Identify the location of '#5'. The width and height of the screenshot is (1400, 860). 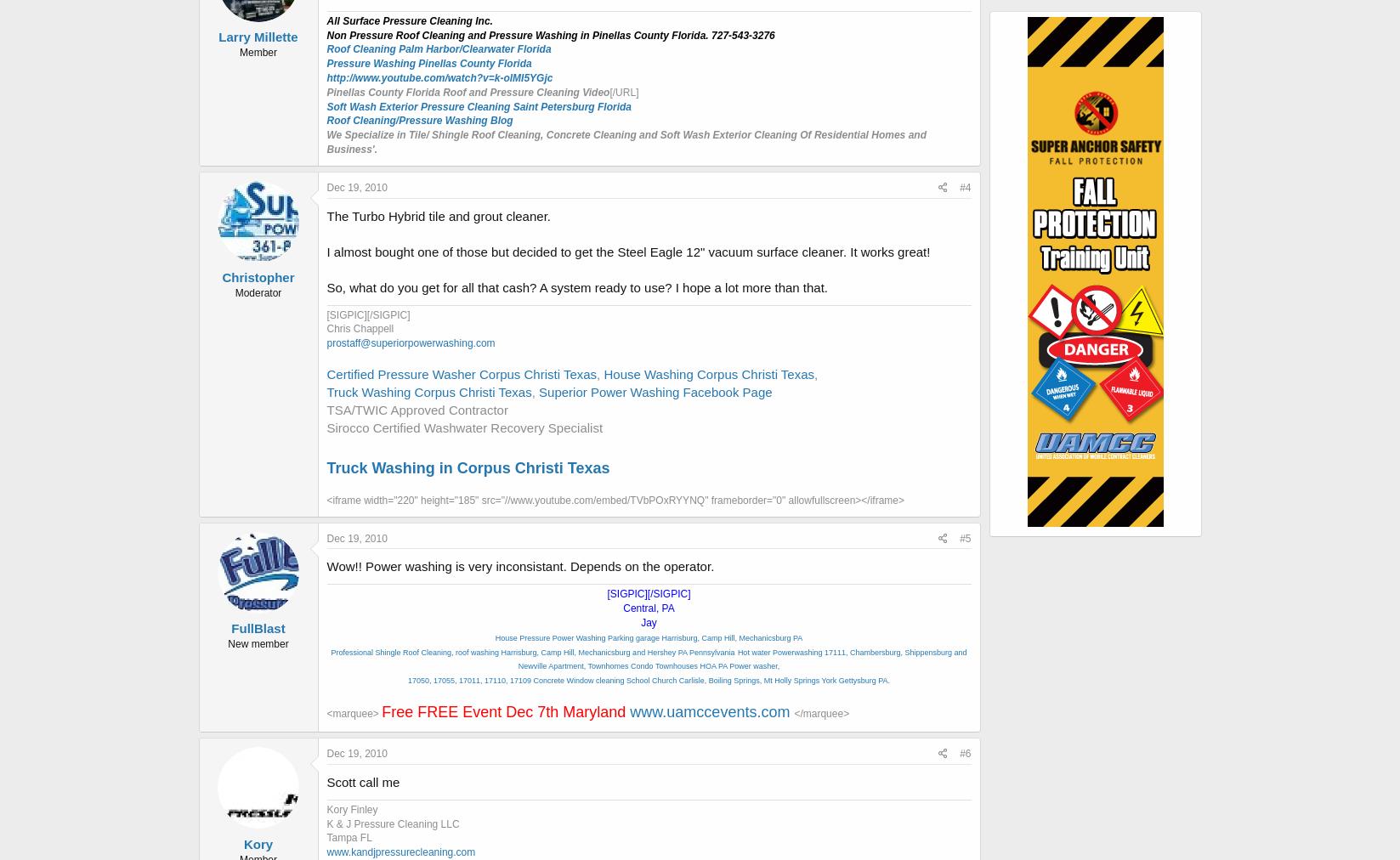
(965, 537).